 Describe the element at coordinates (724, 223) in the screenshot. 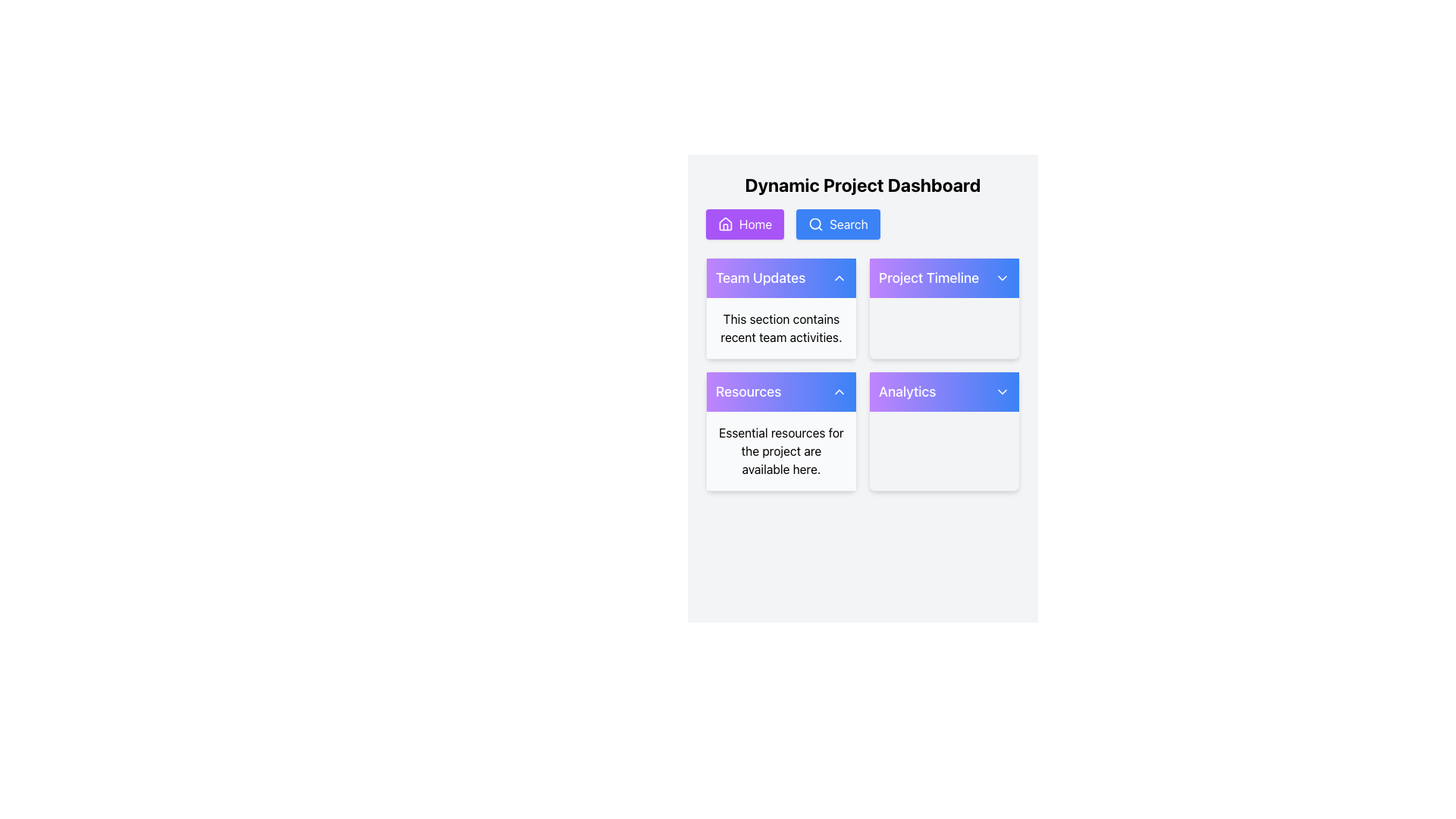

I see `the house icon, which is styled with a simple outline and located to the left of the 'Home' text in the upper purple button` at that location.